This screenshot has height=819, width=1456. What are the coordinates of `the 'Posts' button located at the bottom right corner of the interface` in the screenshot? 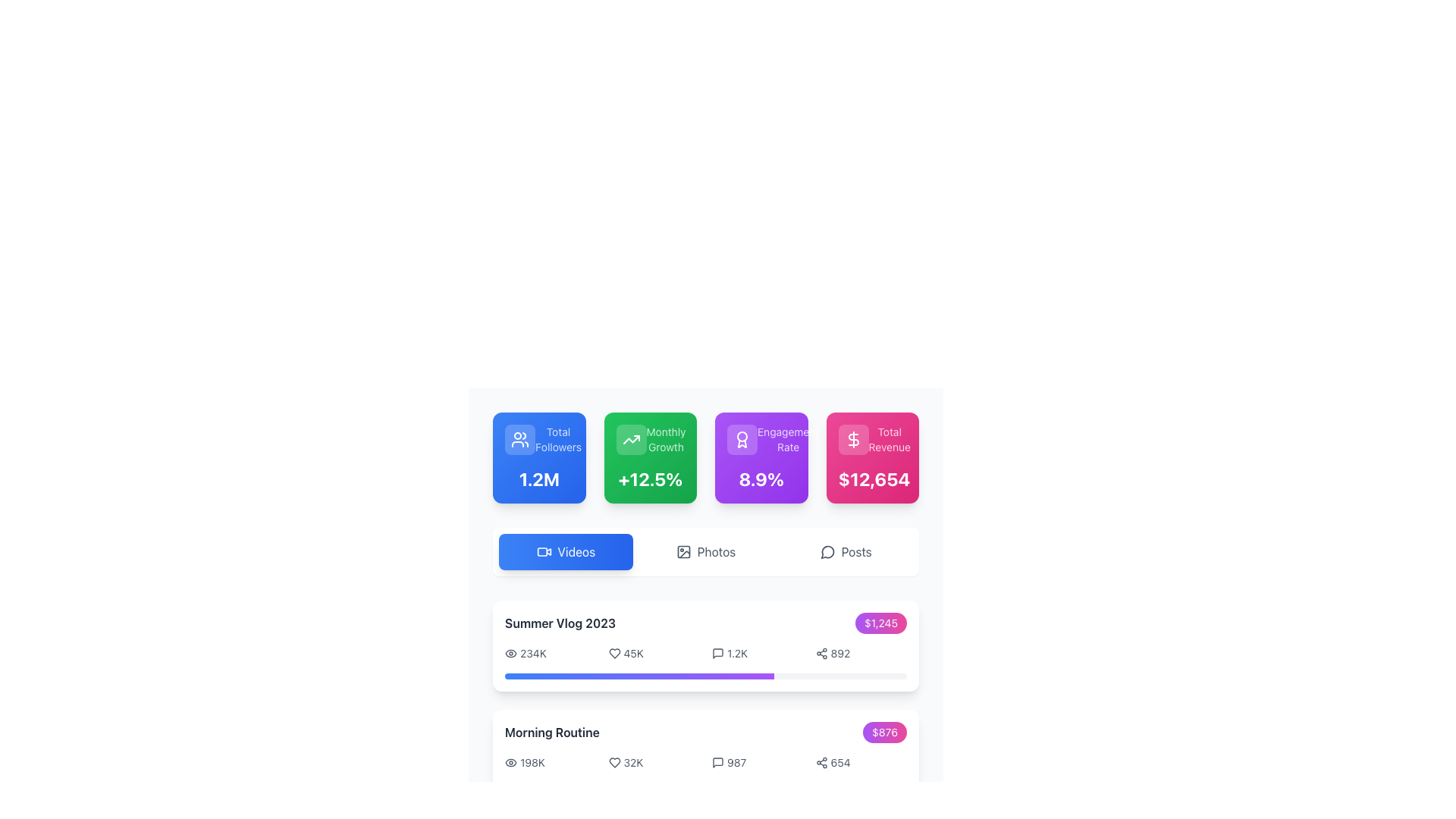 It's located at (845, 552).